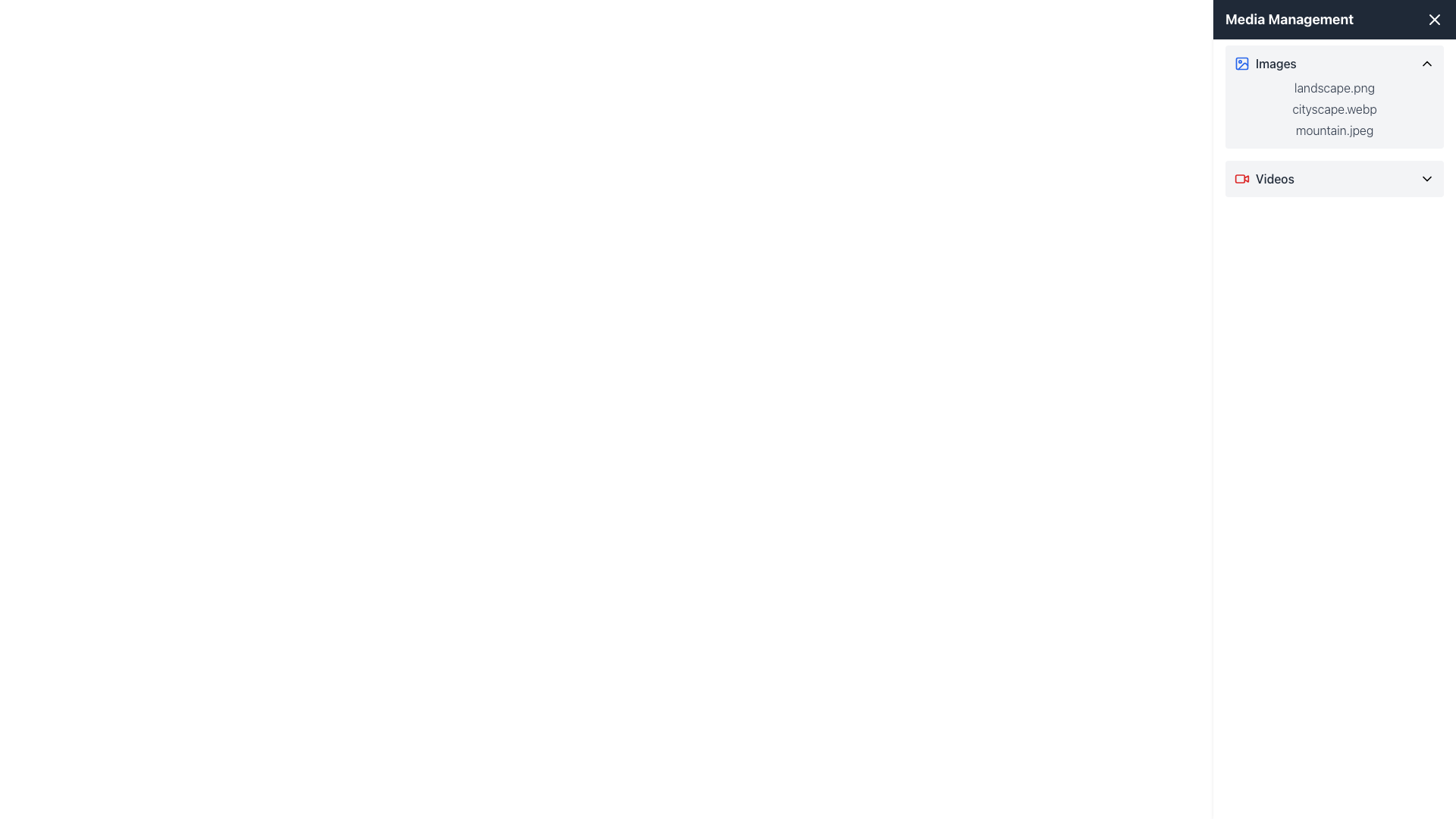  Describe the element at coordinates (1275, 63) in the screenshot. I see `the 'Images' text label in the Media Management sidebar` at that location.